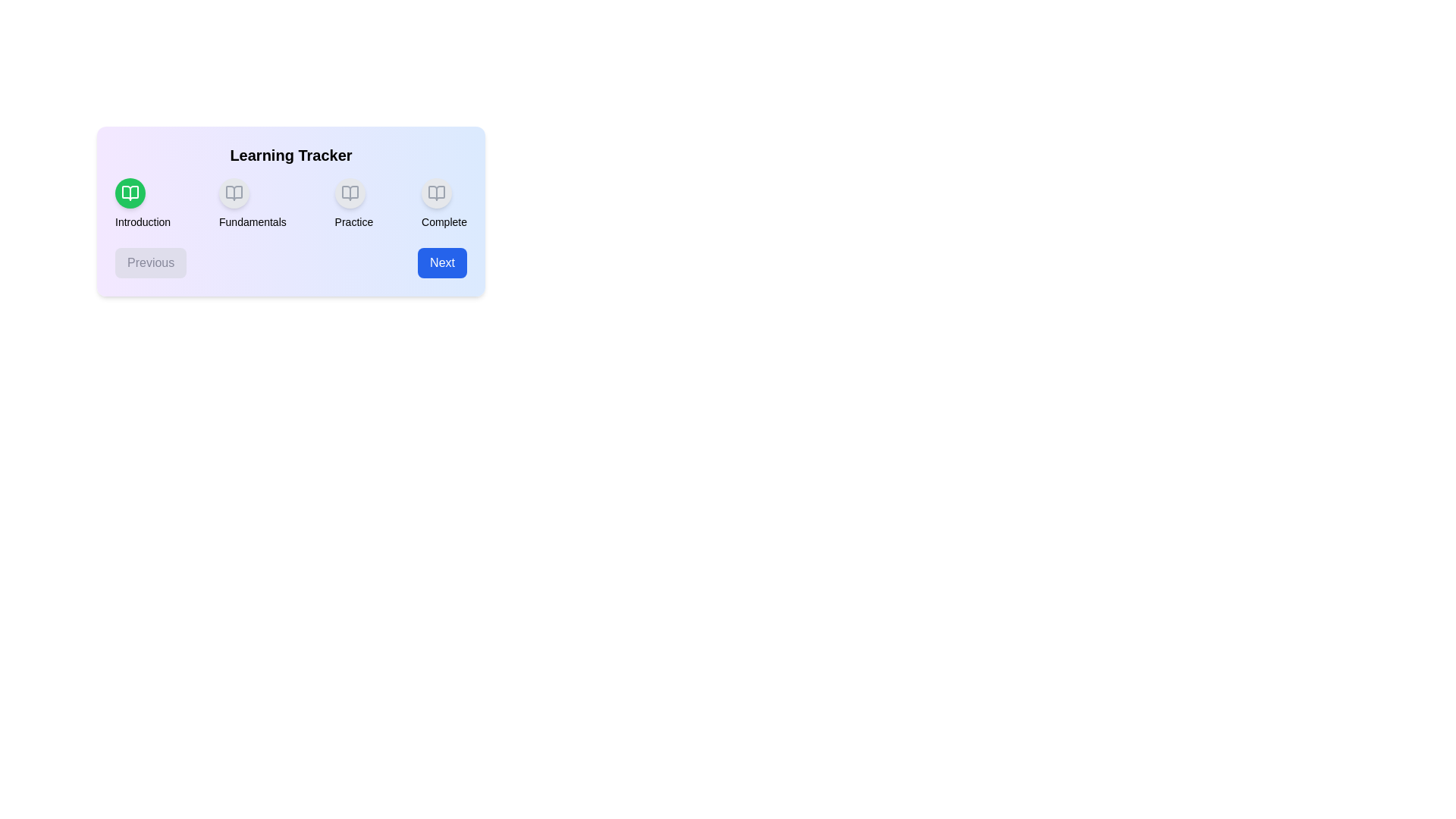  What do you see at coordinates (253, 222) in the screenshot?
I see `'Fundamentals' text label, which is styled with a small font size and medium weight, located below a circular book icon and positioned between 'Introduction' and 'Practice' in the Learning Tracker sequence` at bounding box center [253, 222].